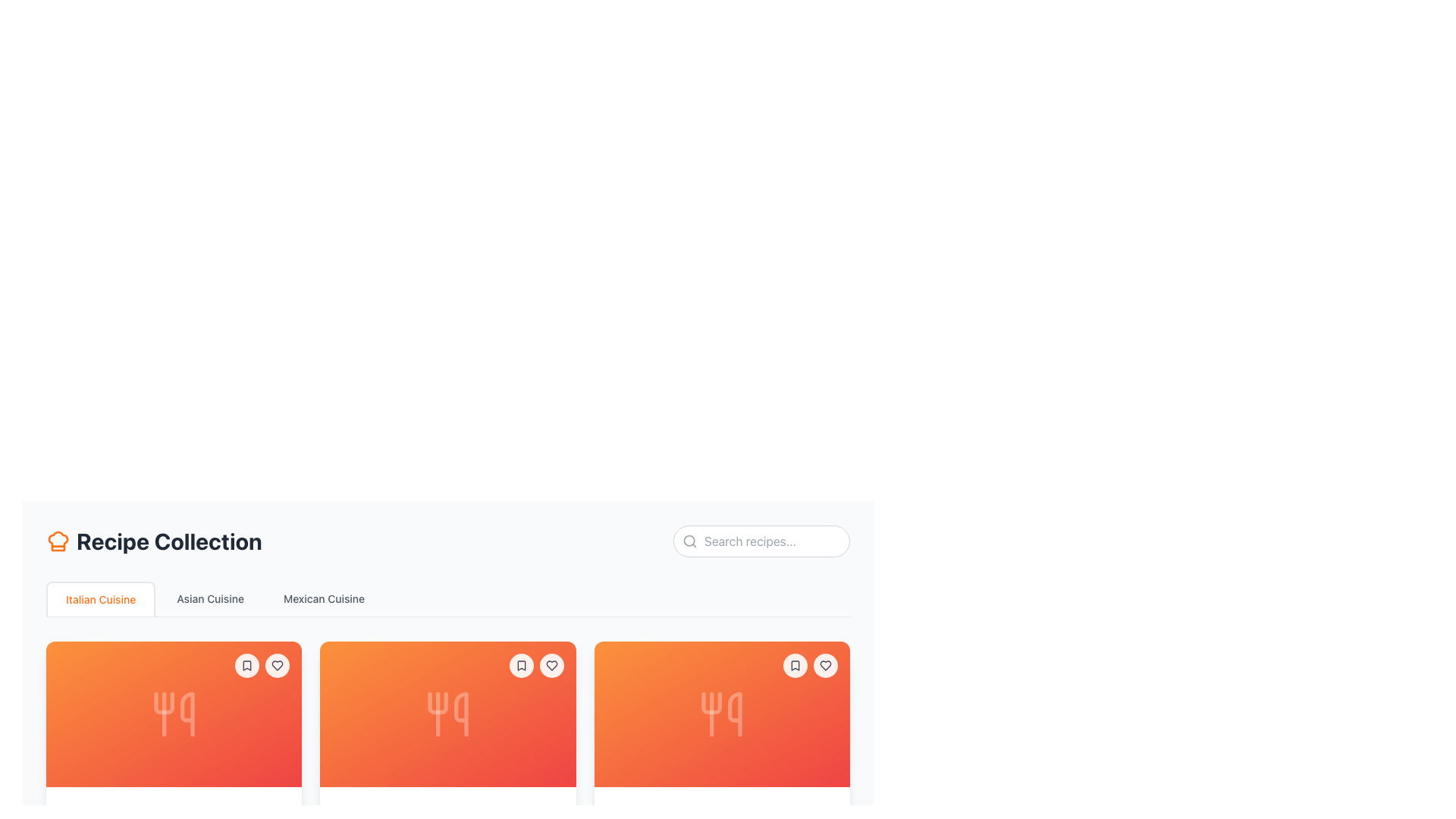  Describe the element at coordinates (521, 665) in the screenshot. I see `the bookmark icon located in the top-right corner of the second recipe card` at that location.